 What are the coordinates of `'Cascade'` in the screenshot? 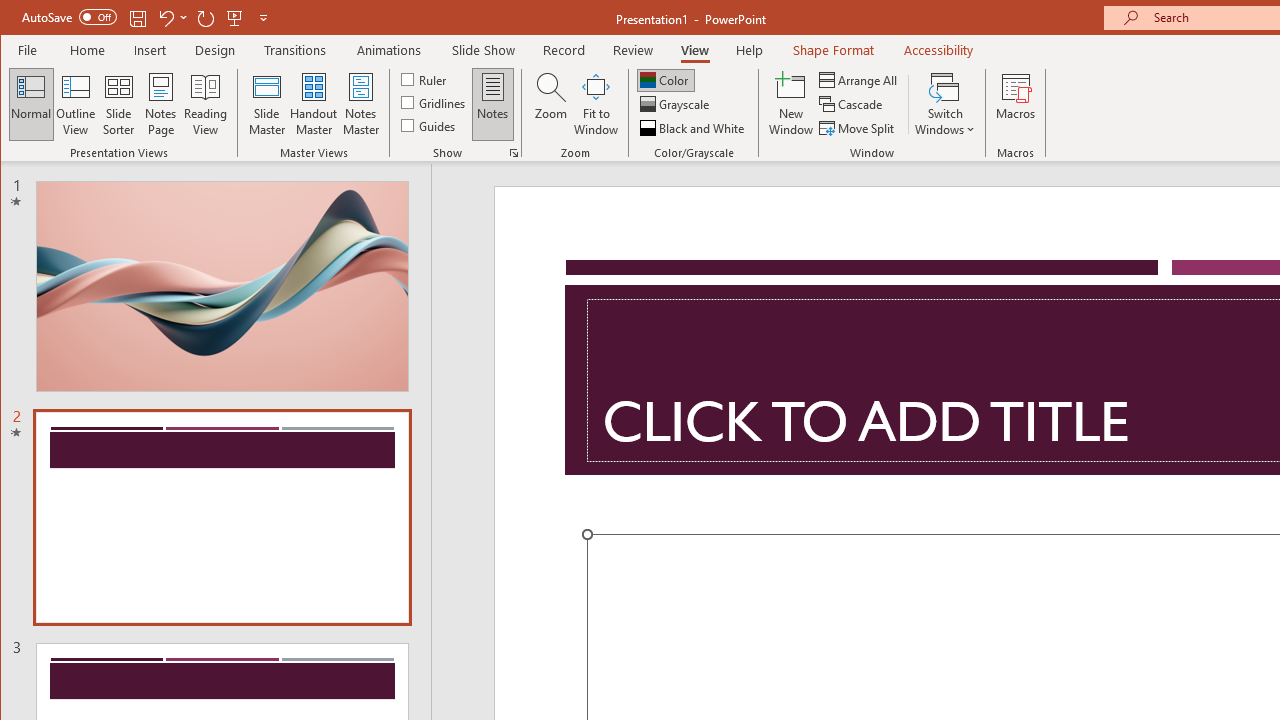 It's located at (853, 104).